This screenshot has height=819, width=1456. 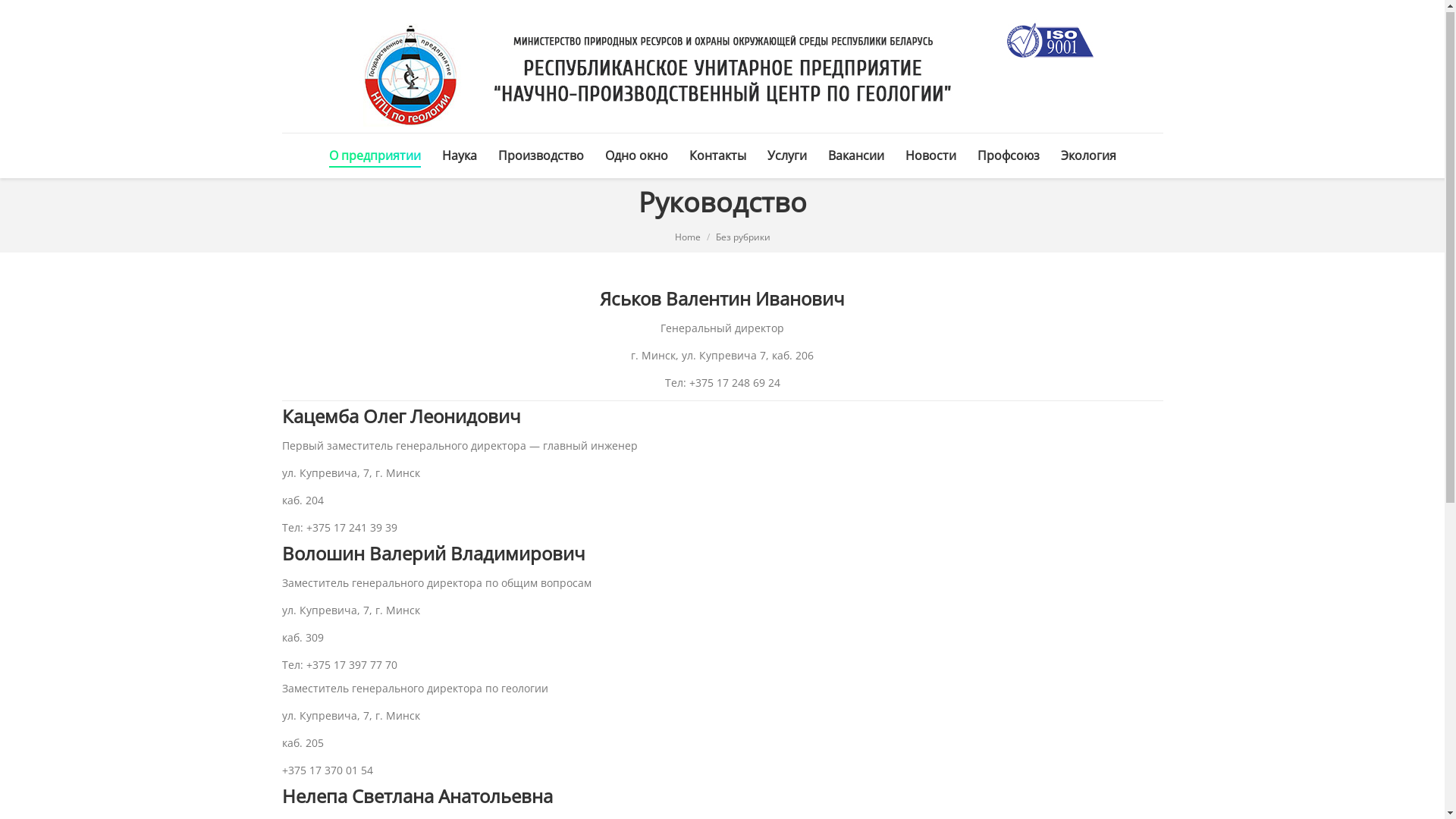 What do you see at coordinates (687, 238) in the screenshot?
I see `'Home'` at bounding box center [687, 238].